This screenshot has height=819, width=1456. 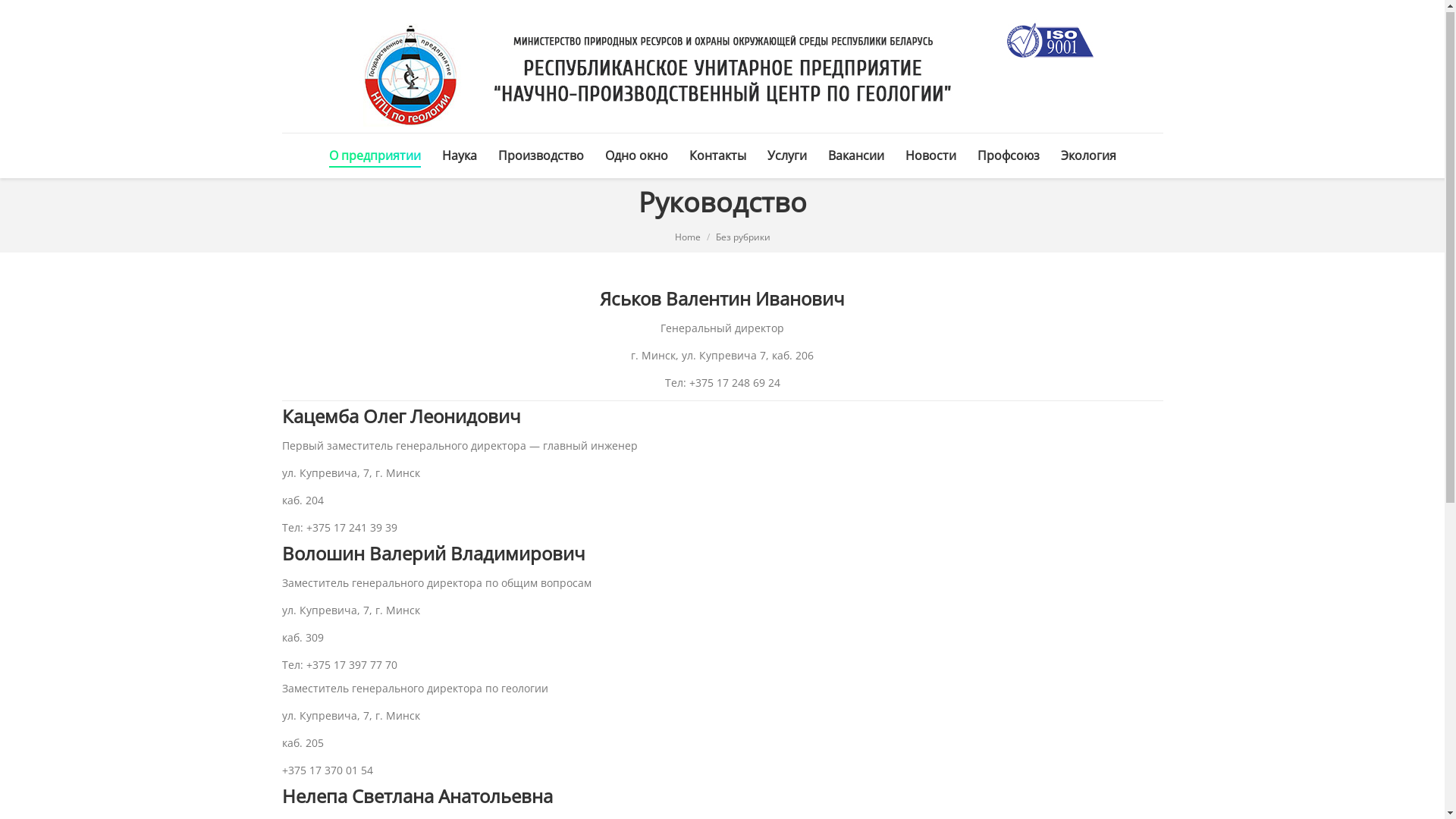 What do you see at coordinates (687, 238) in the screenshot?
I see `'Home'` at bounding box center [687, 238].